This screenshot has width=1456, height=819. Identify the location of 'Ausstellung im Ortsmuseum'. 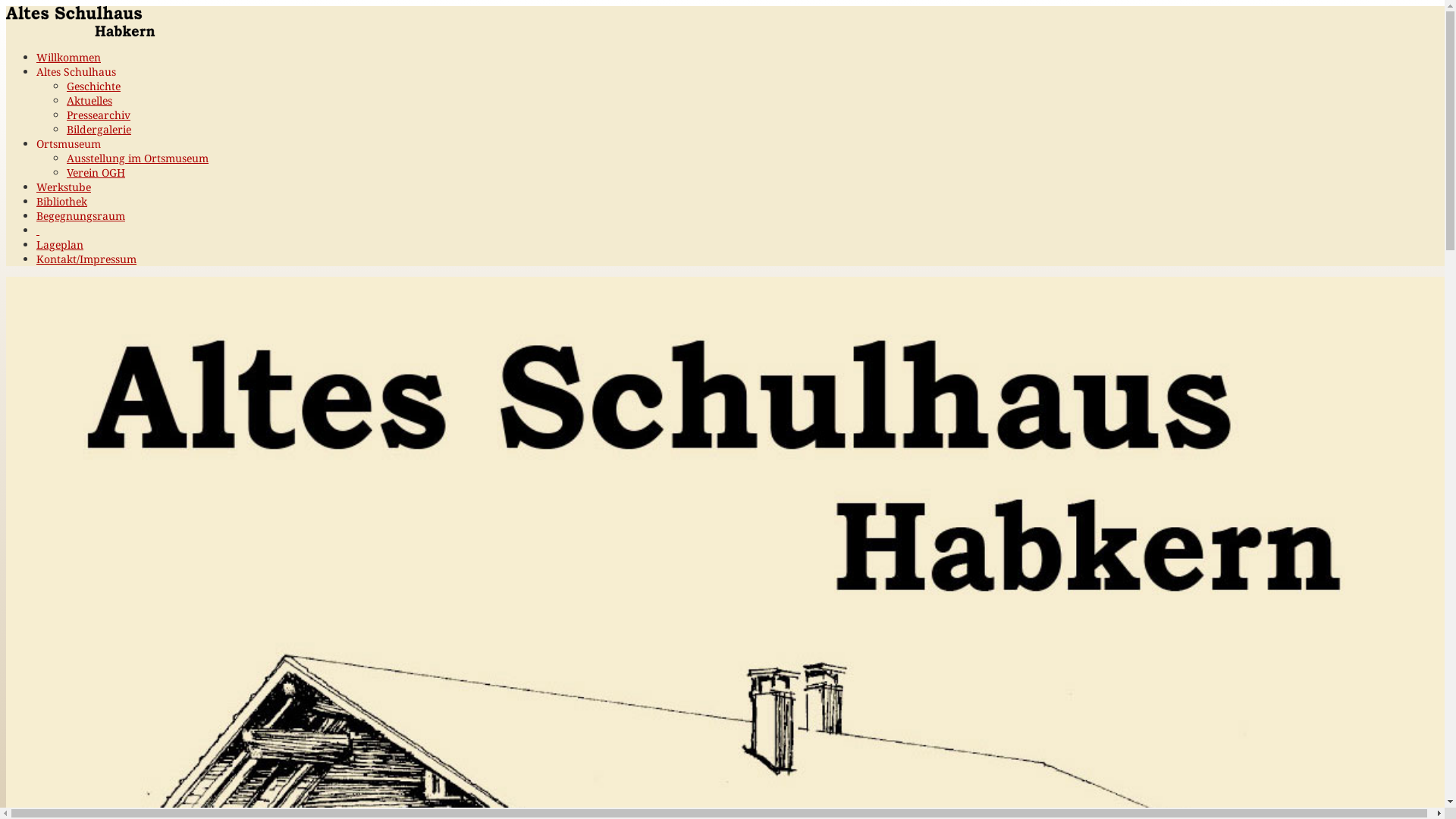
(65, 158).